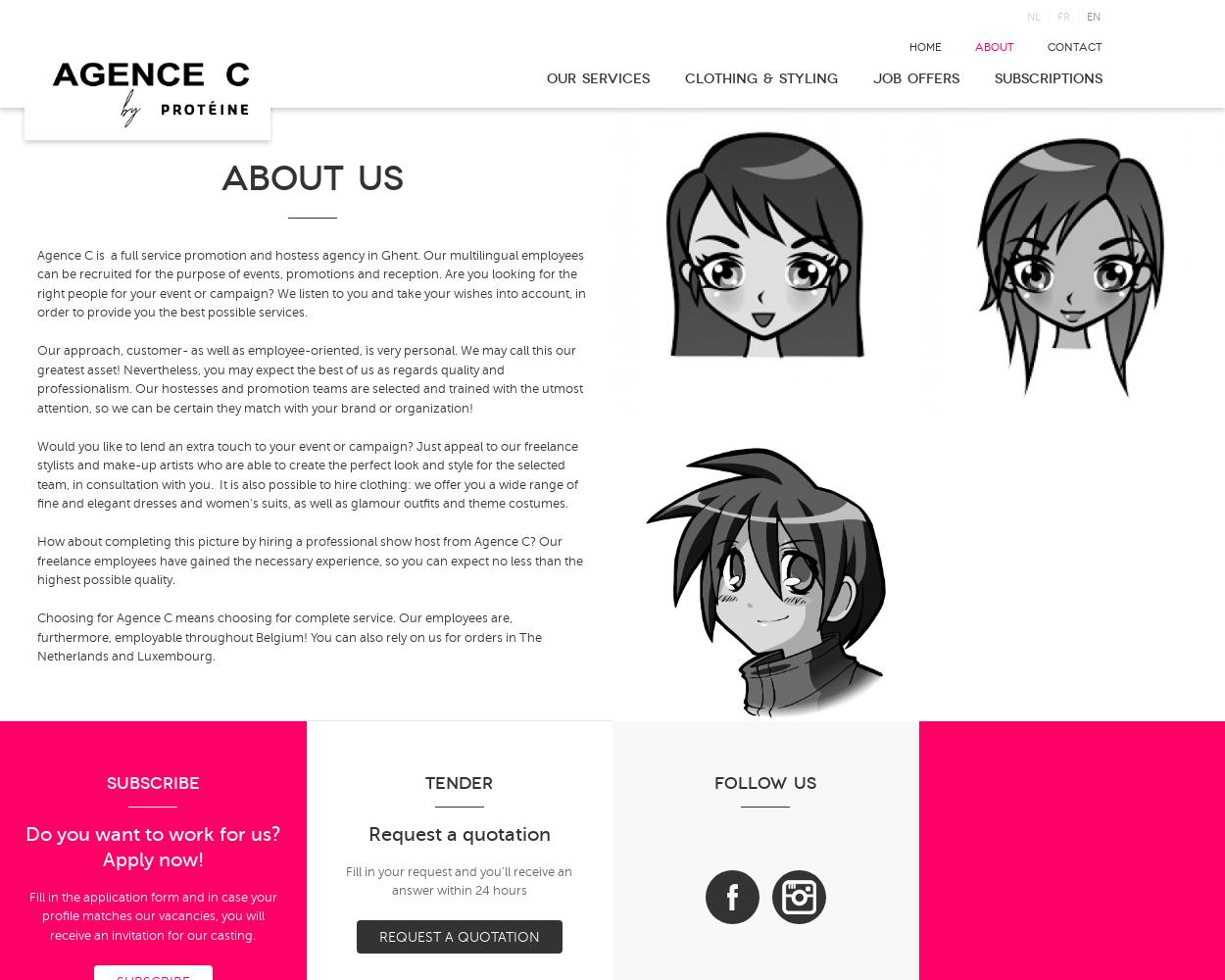 Image resolution: width=1225 pixels, height=980 pixels. What do you see at coordinates (306, 473) in the screenshot?
I see `'Would you like to lend an extra touch to your event or campaign? Just appeal to our freelance stylists and make-up artists who are able to create the perfect look and style for the selected team, in consultation with you.  It is also possible to hire clothing: we offer you a wide range of fine and elegant dresses and women's suits, as well as glamour outfits and theme costumes.'` at bounding box center [306, 473].